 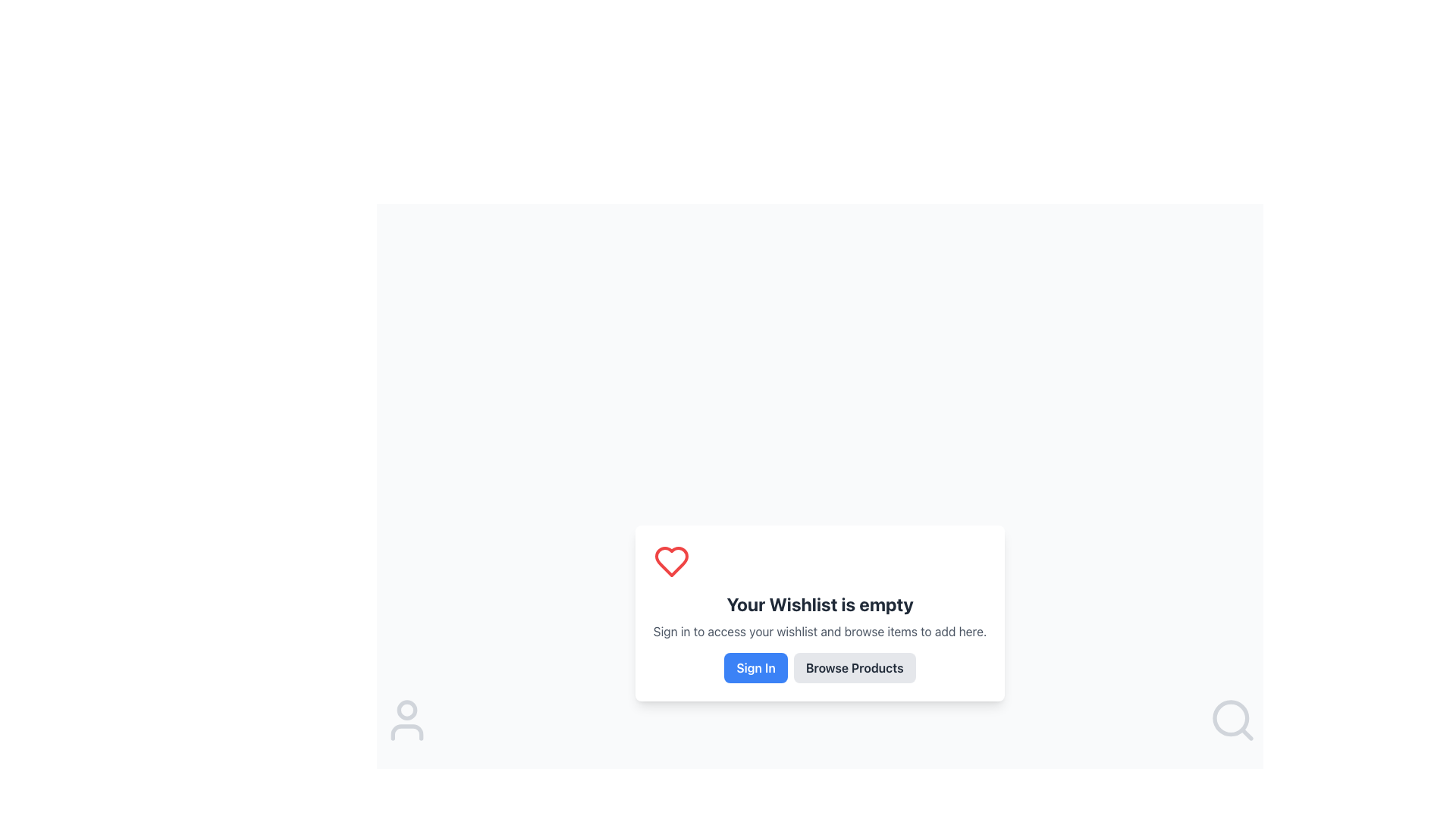 I want to click on the Wishlist vector icon located at the top section of the card displaying 'Your Wishlist is empty.', so click(x=670, y=561).